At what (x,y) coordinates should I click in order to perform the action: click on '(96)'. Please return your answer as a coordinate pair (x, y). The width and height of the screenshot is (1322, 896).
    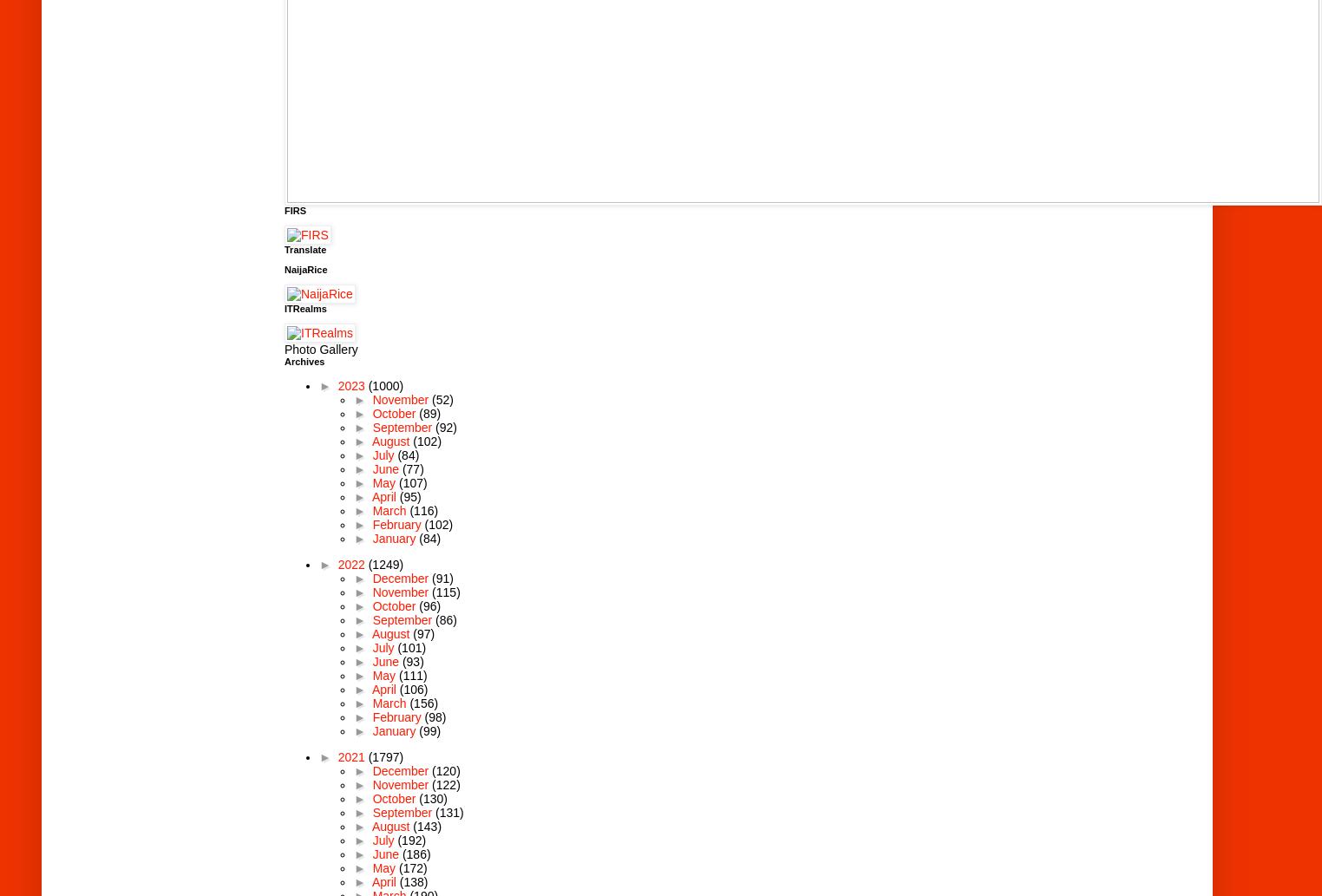
    Looking at the image, I should click on (429, 605).